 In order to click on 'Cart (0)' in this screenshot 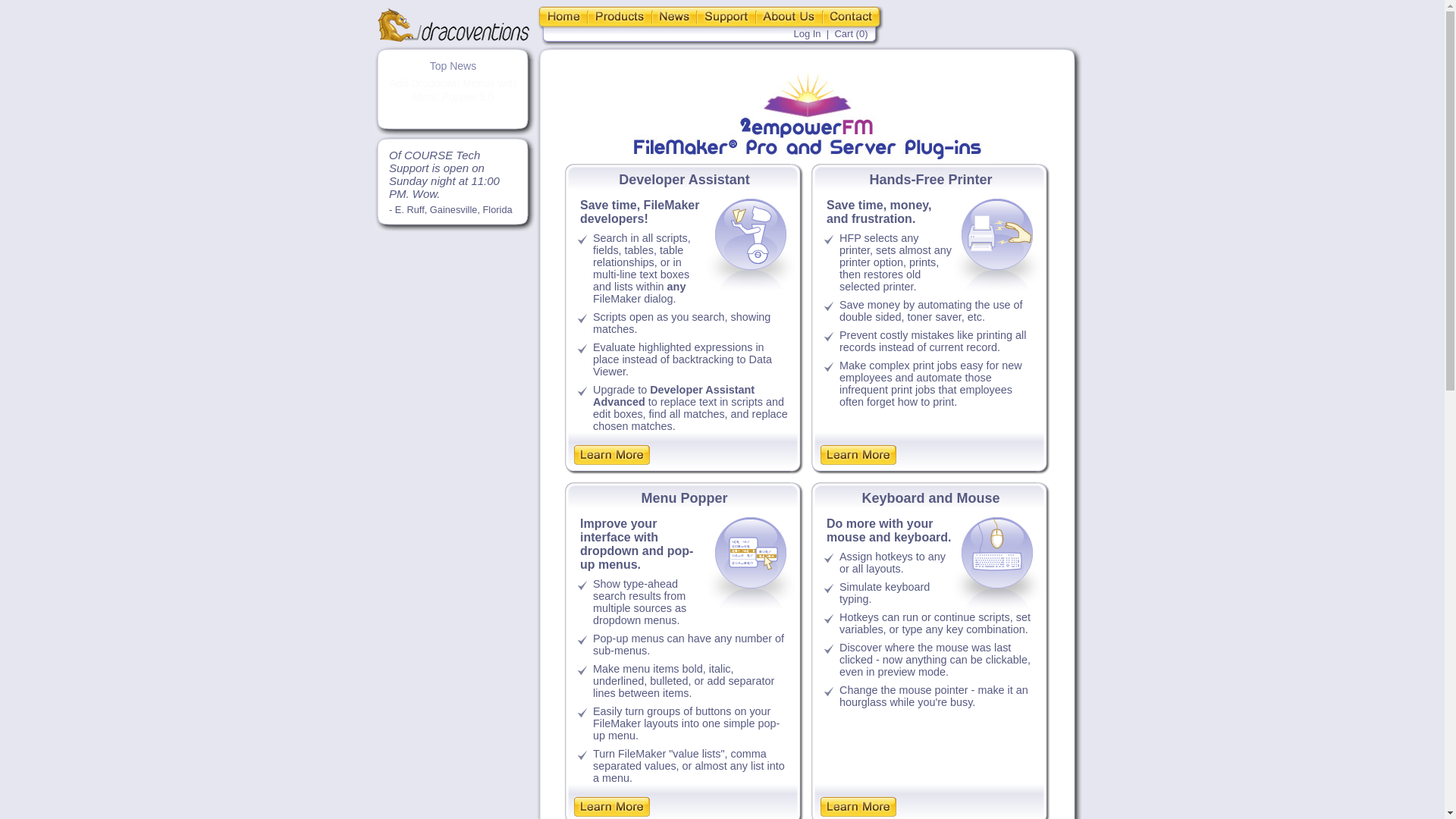, I will do `click(851, 33)`.